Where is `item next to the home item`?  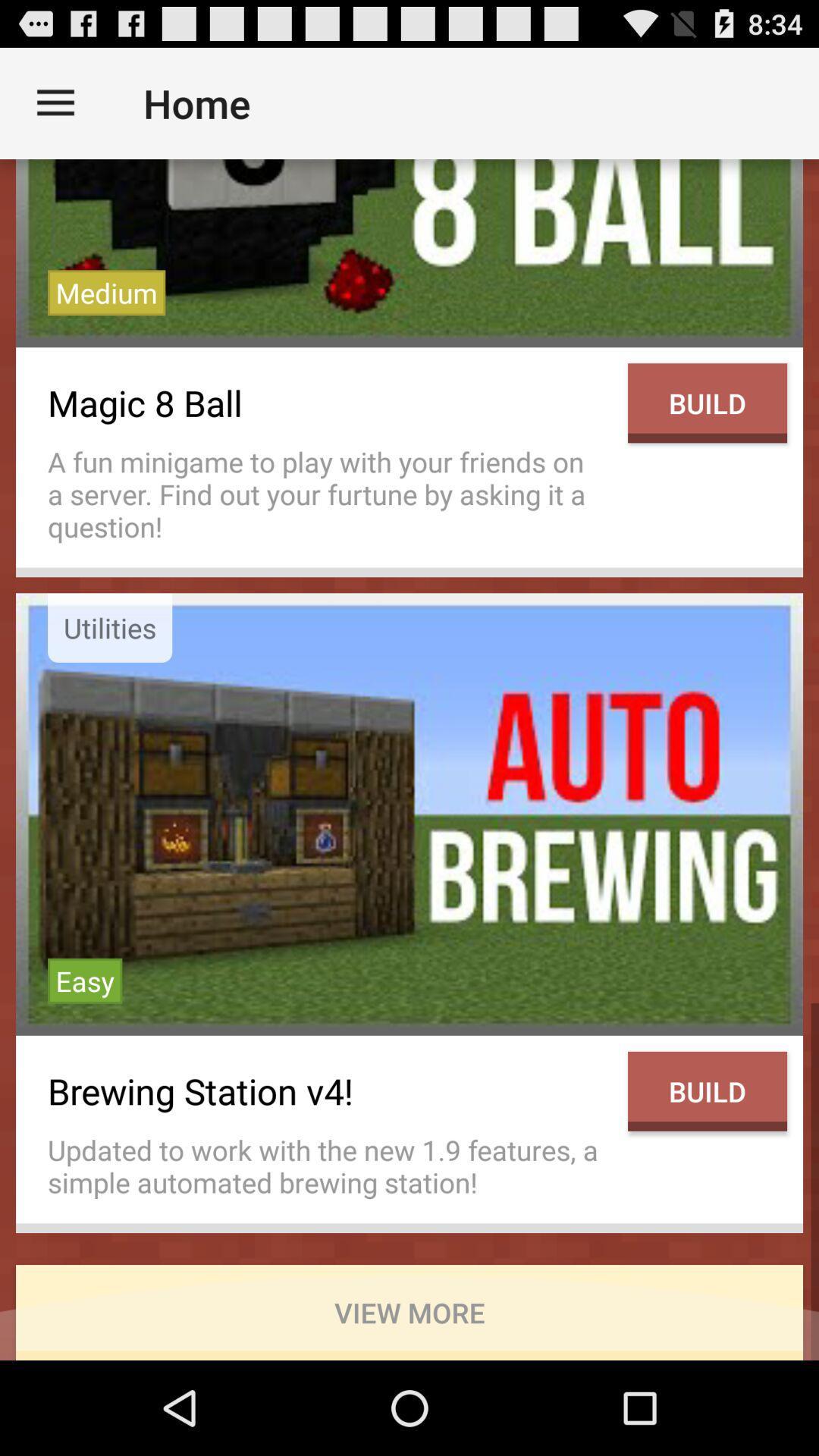
item next to the home item is located at coordinates (55, 102).